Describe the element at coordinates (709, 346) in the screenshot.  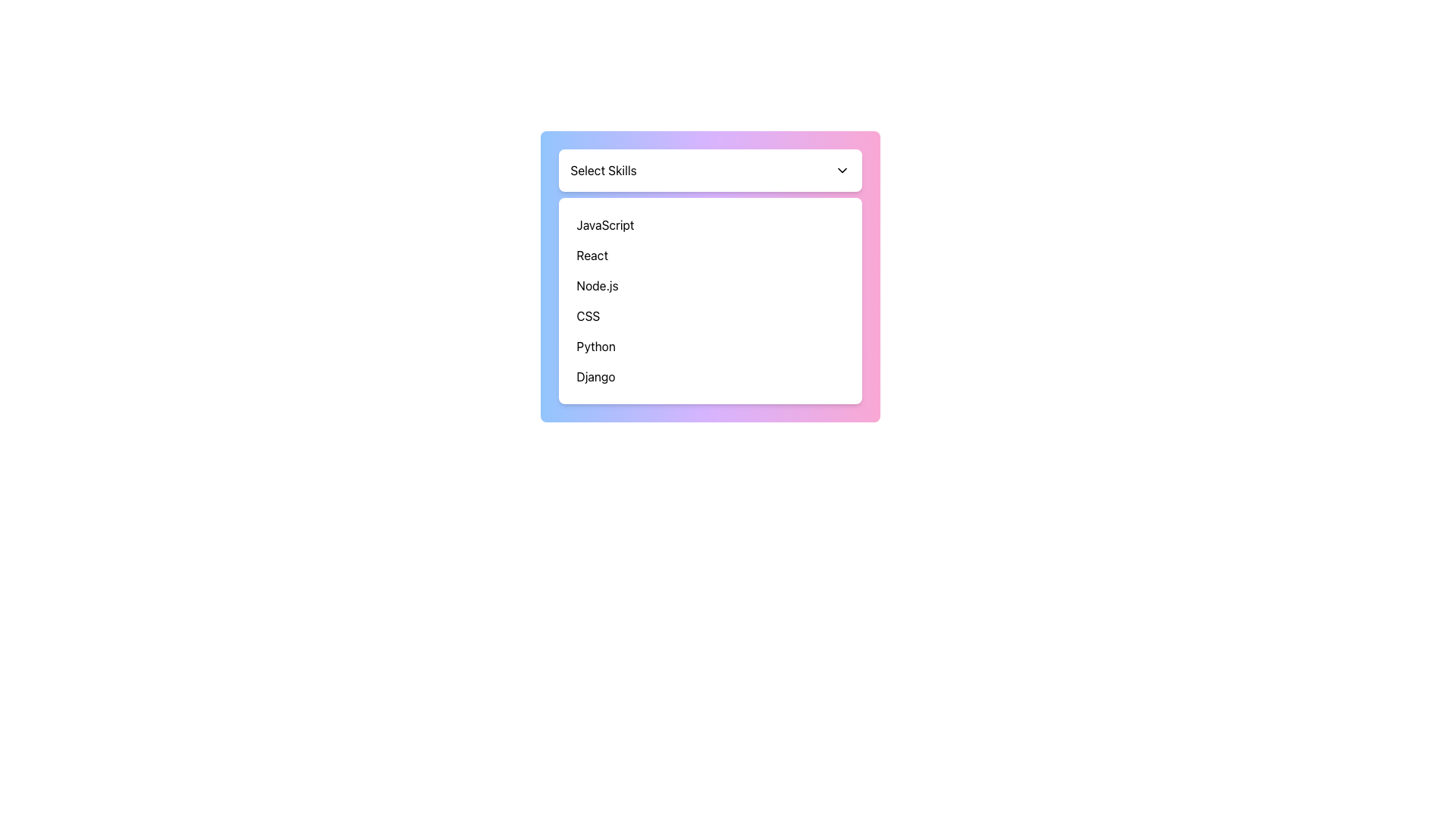
I see `the 'Python' option in the dropdown menu, which is the fifth item in a vertical list, located between 'CSS' and 'Django'` at that location.